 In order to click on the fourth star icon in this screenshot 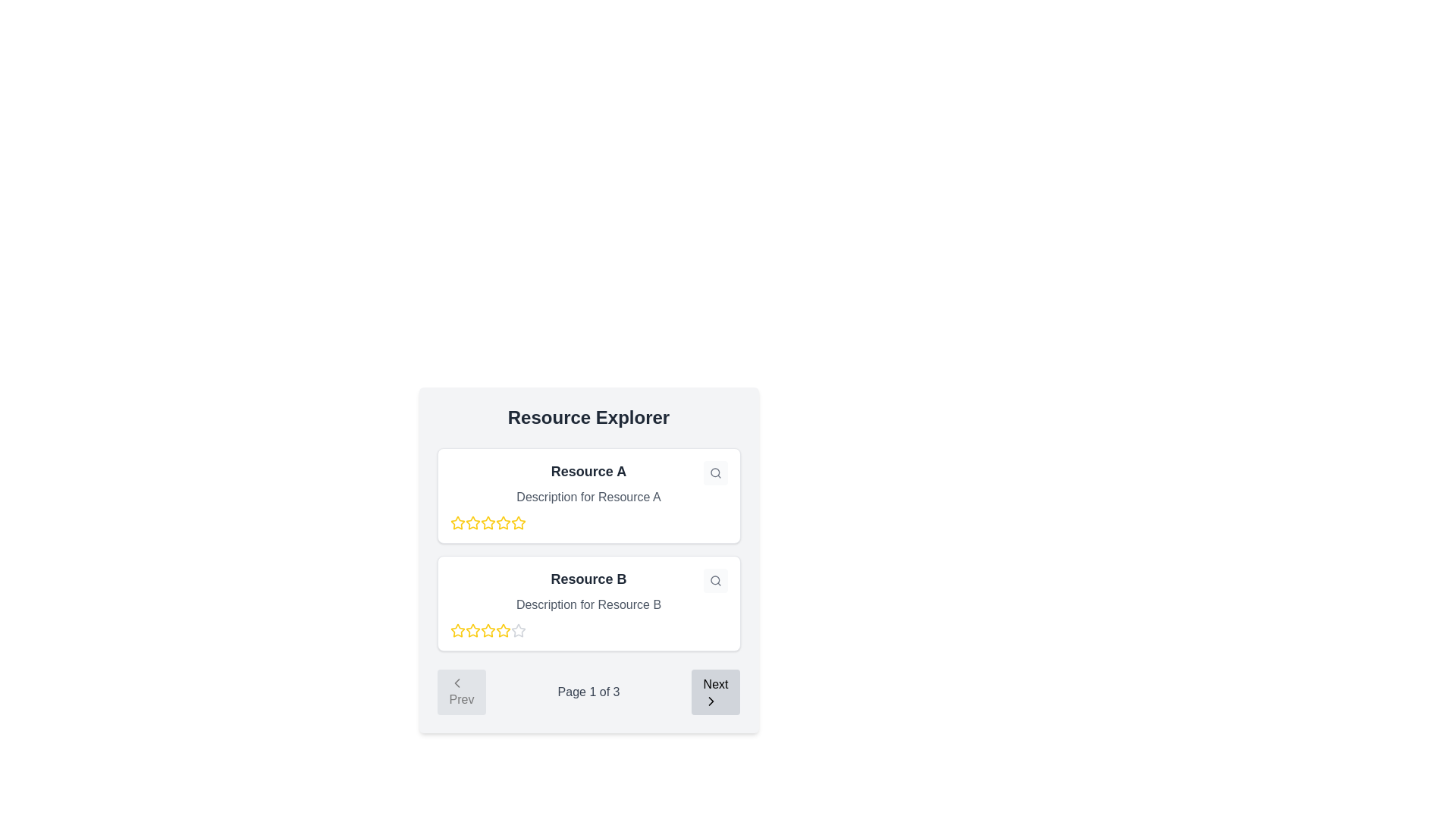, I will do `click(503, 630)`.